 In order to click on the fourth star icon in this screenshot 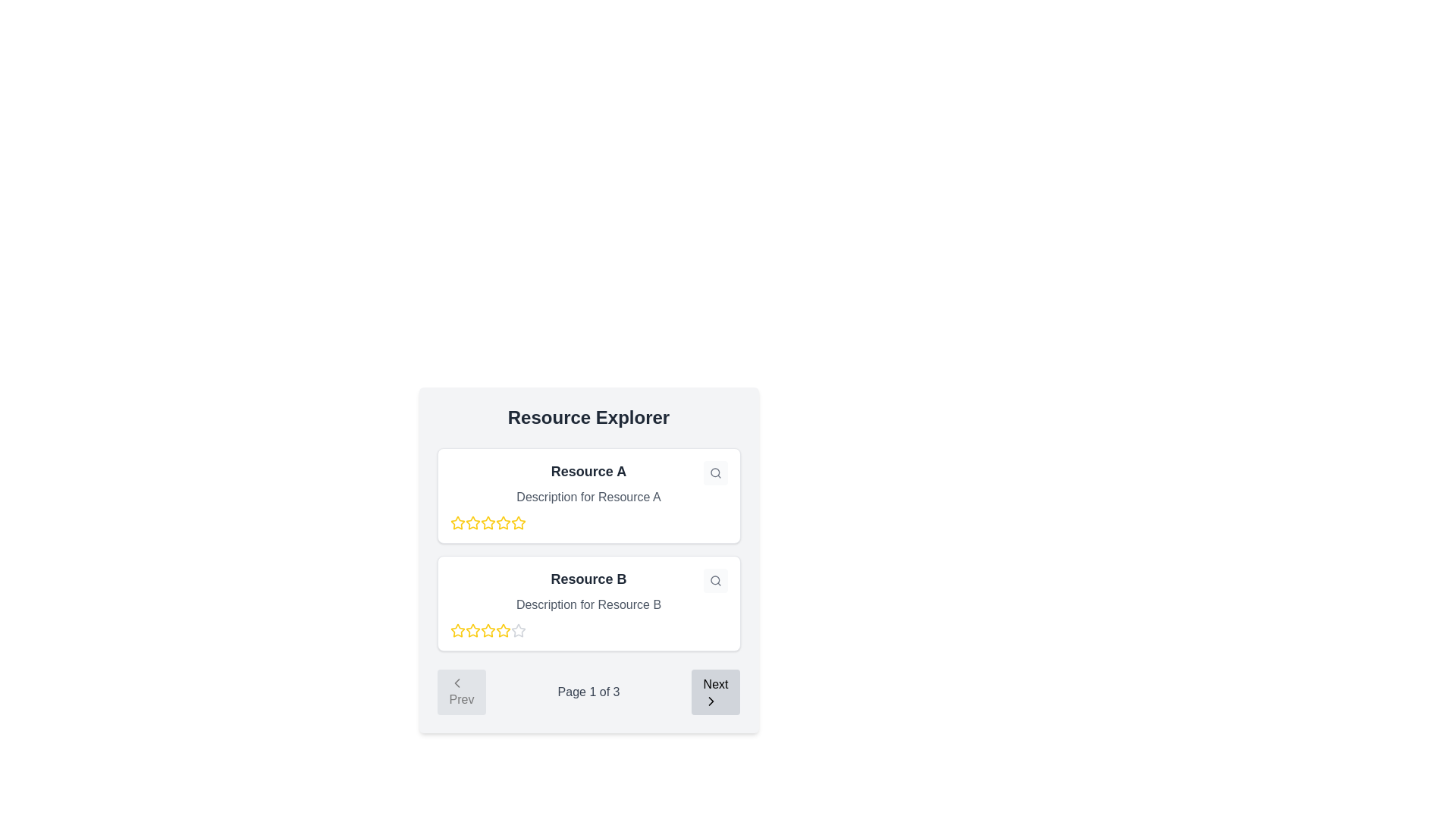, I will do `click(503, 630)`.